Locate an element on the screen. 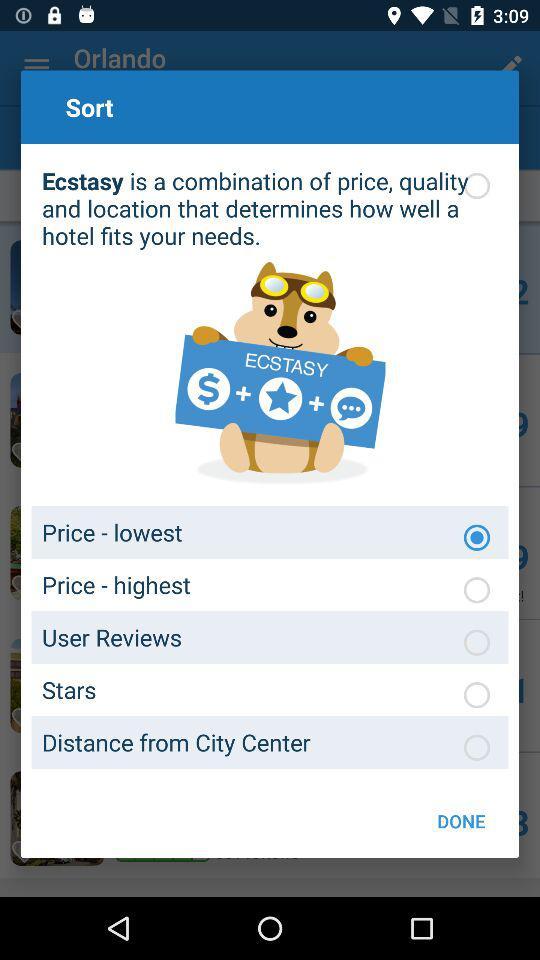 This screenshot has width=540, height=960. distance from city center option is located at coordinates (475, 746).